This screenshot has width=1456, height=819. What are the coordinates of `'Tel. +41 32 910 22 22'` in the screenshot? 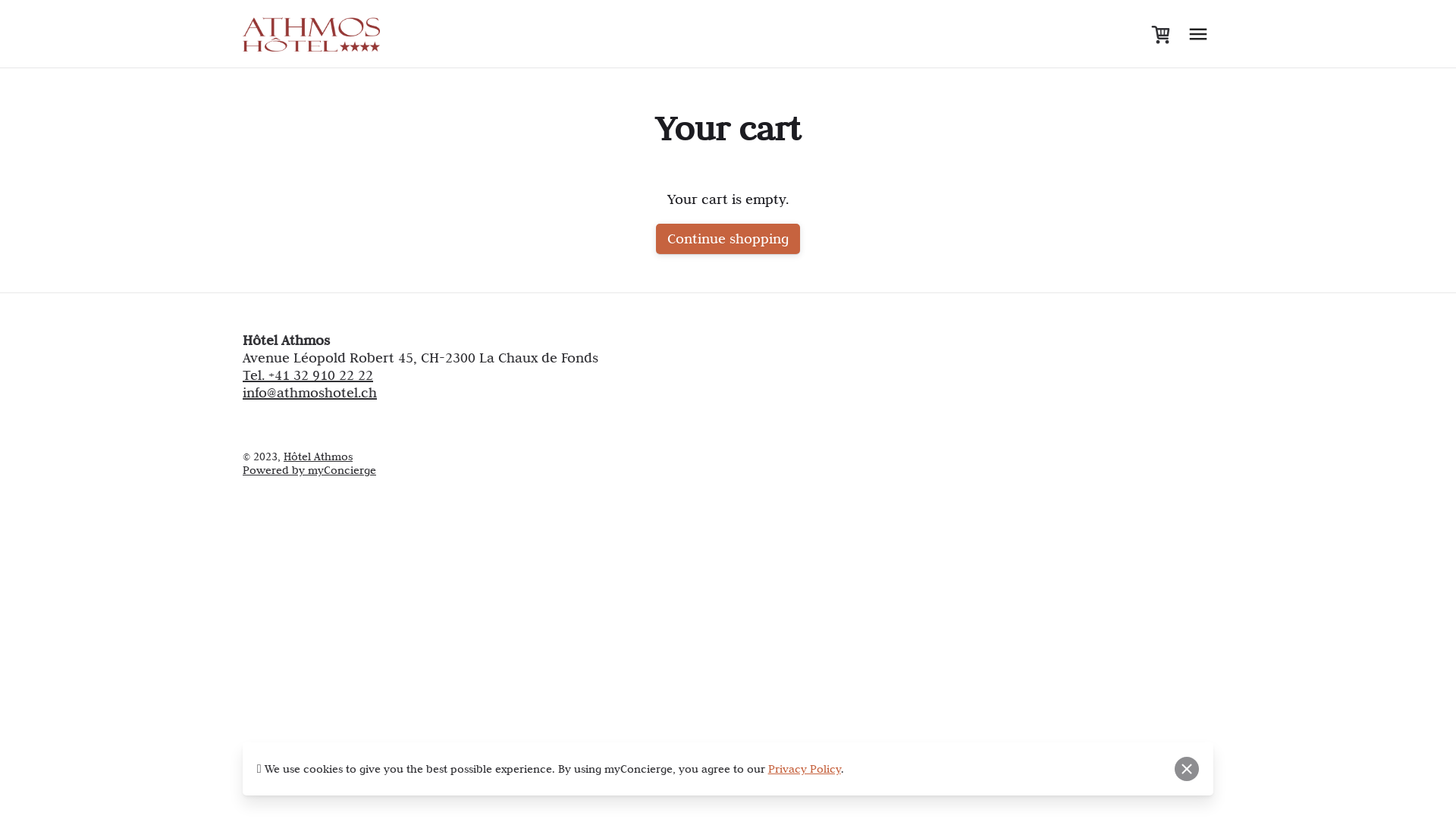 It's located at (307, 375).